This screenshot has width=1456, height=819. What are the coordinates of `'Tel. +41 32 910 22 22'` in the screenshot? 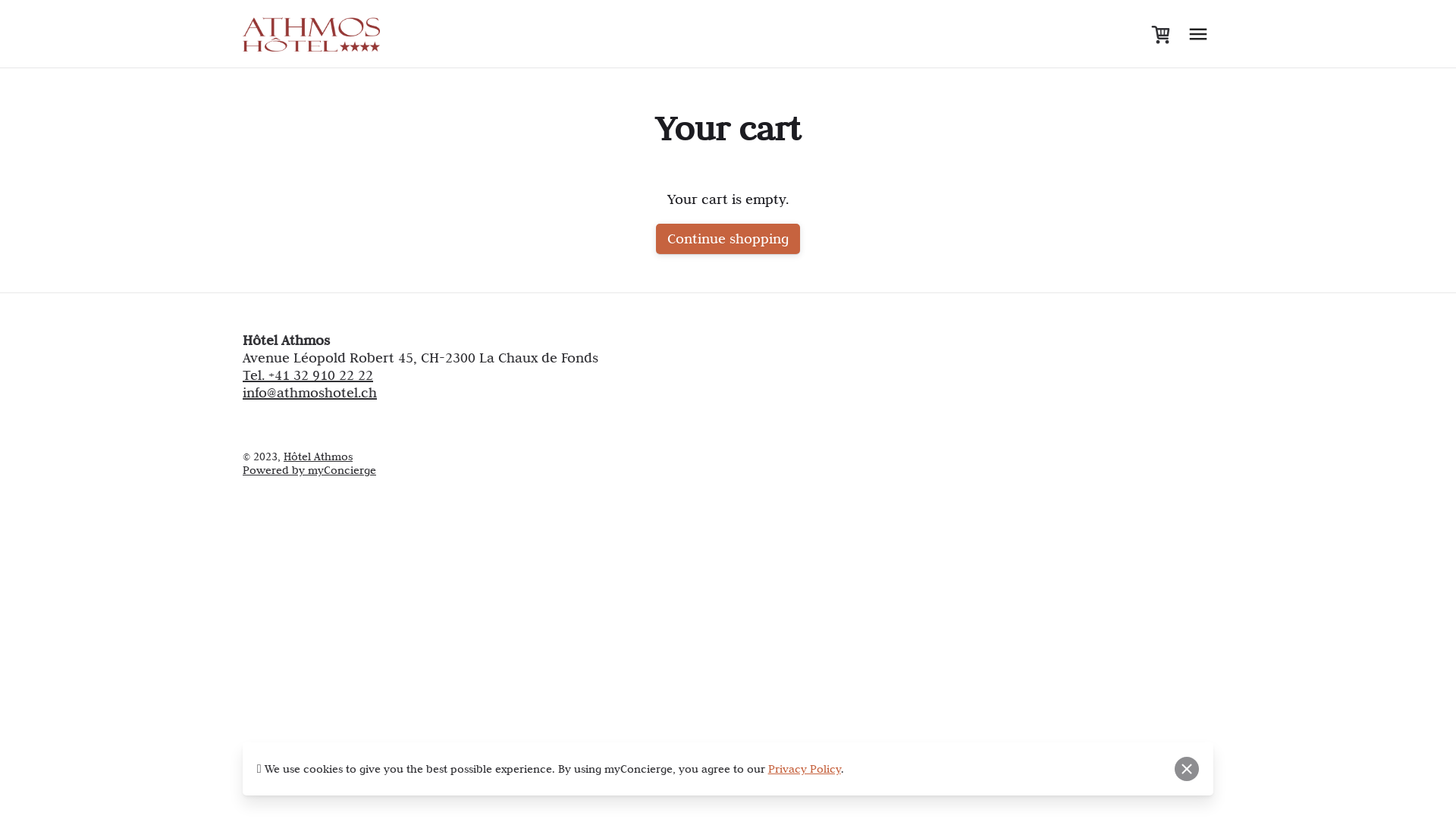 It's located at (307, 375).